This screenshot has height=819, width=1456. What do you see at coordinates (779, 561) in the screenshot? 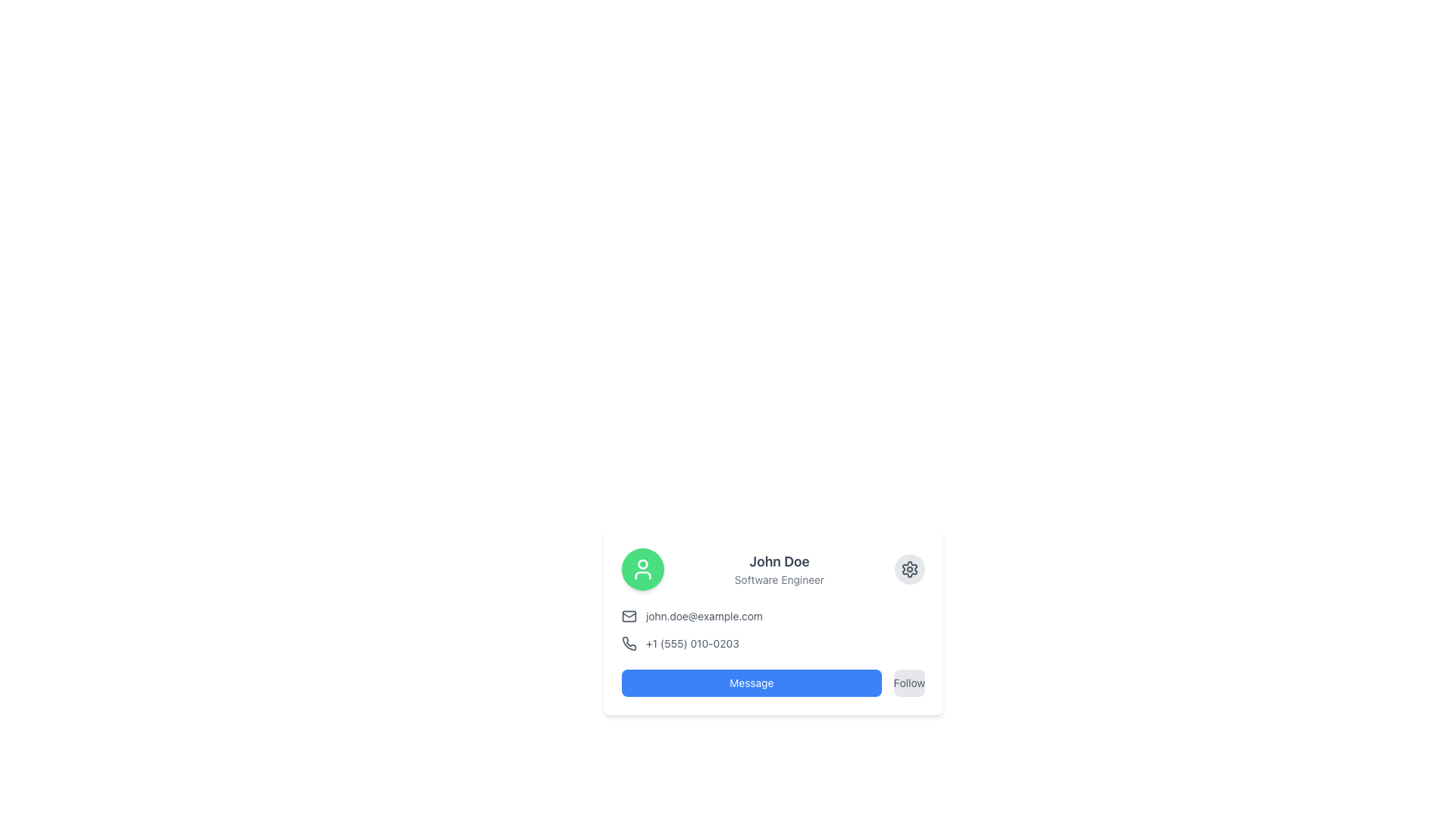
I see `the text label that says 'John Doe', which is a bold text positioned at the top of the profile card layout` at bounding box center [779, 561].